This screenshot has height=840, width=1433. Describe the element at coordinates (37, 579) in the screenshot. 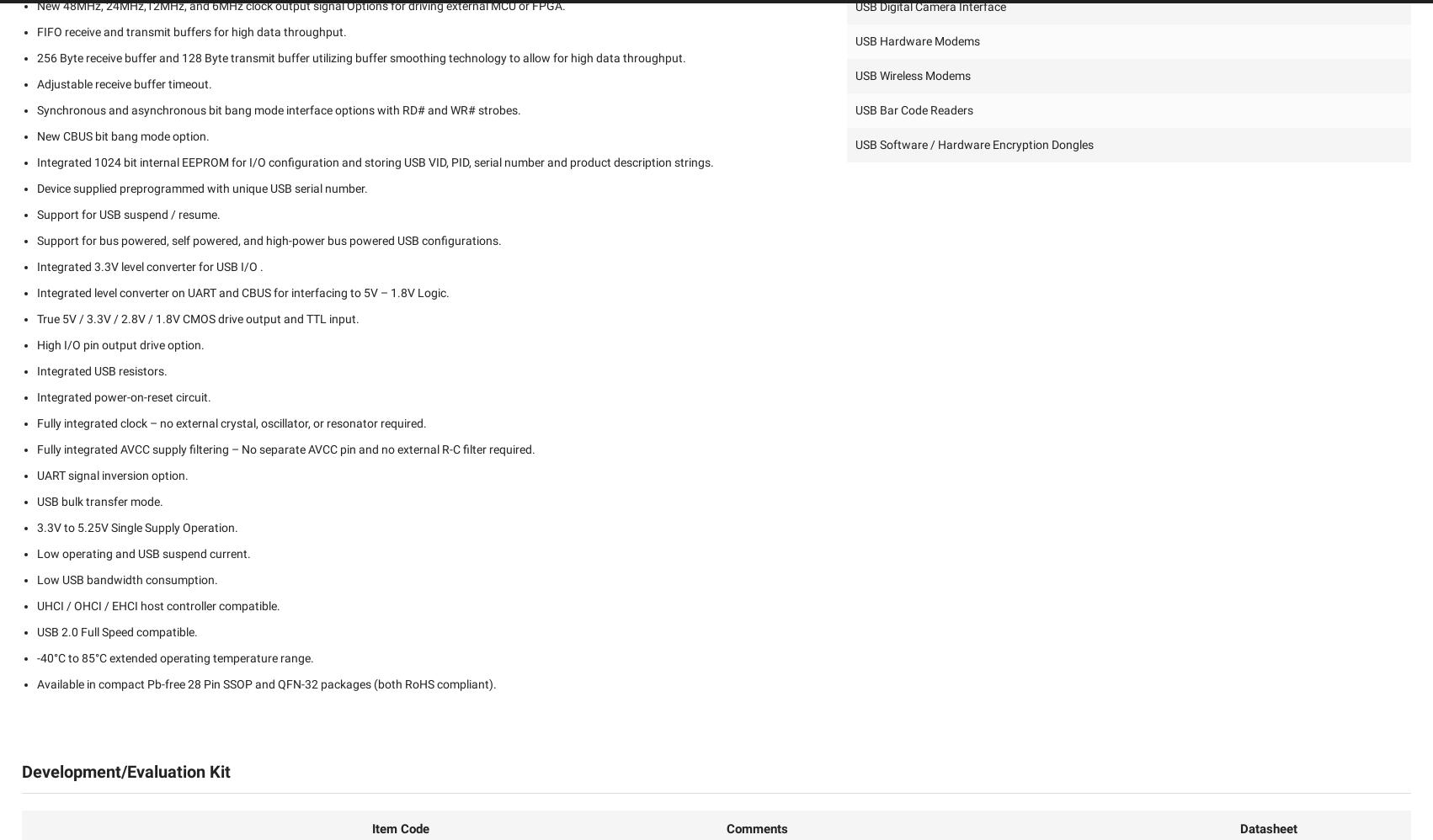

I see `'Low USB bandwidth consumption.'` at that location.